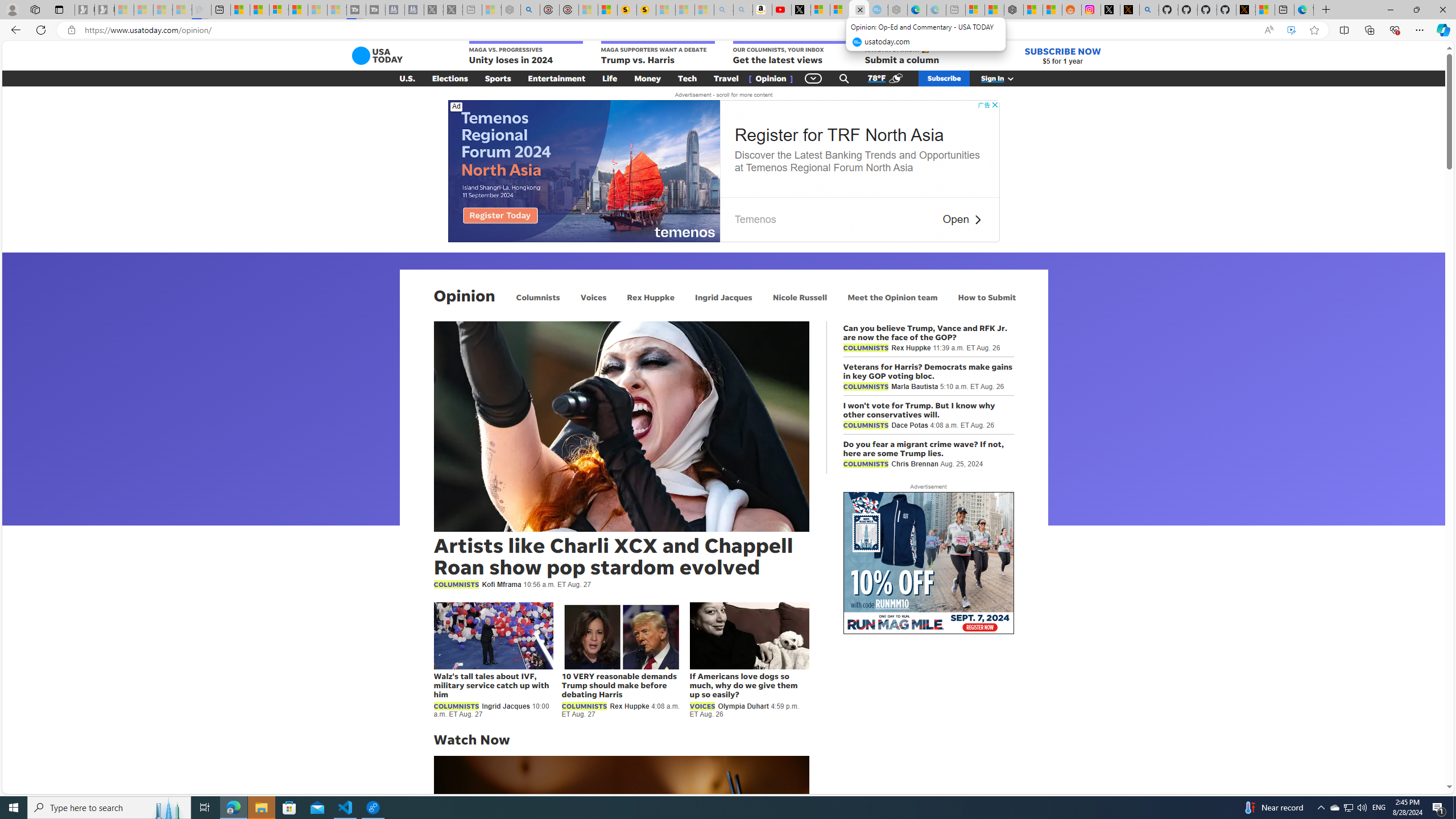 The height and width of the screenshot is (819, 1456). What do you see at coordinates (1002, 78) in the screenshot?
I see `'Sign In'` at bounding box center [1002, 78].